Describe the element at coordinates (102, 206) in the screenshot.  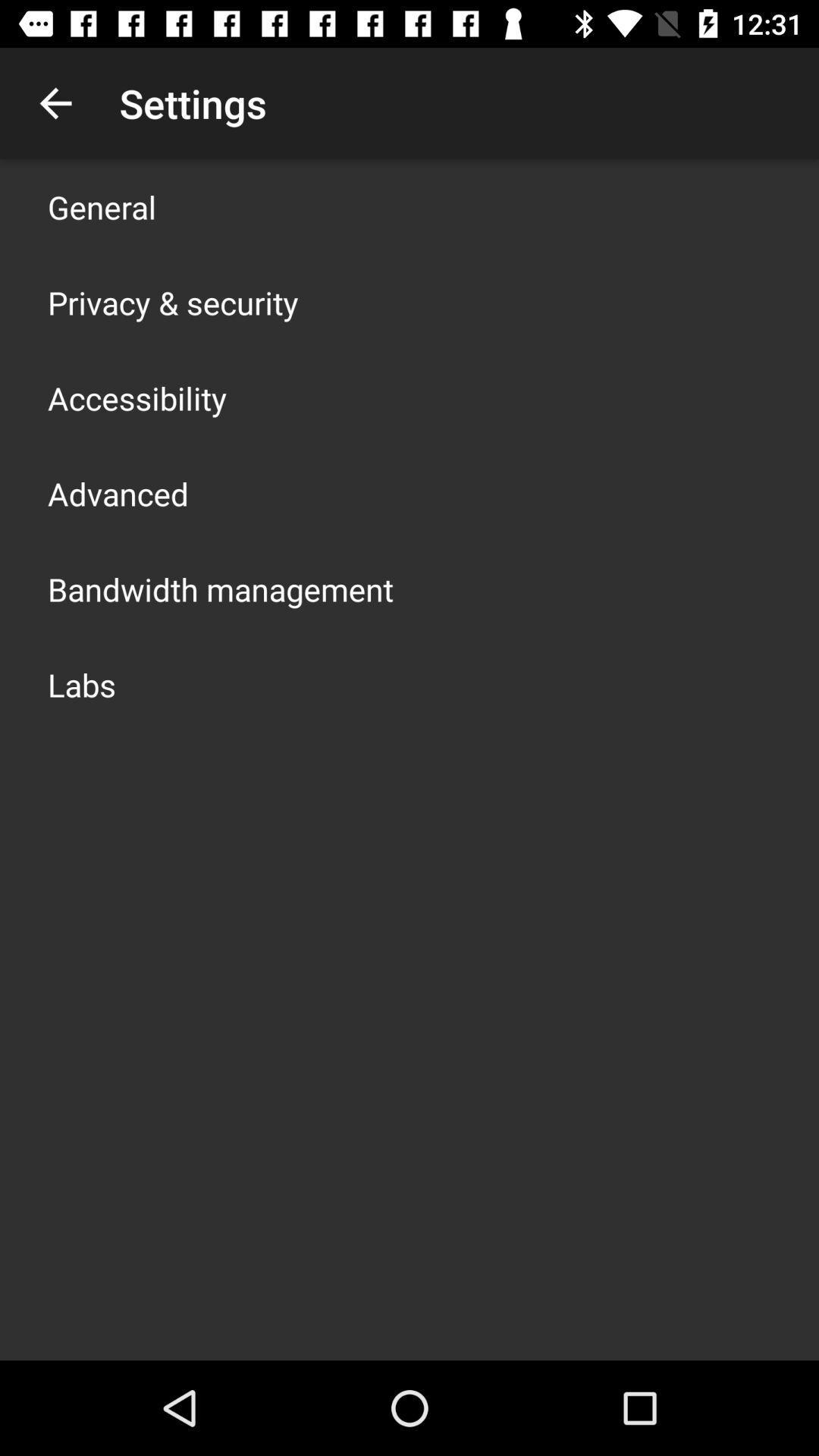
I see `the general icon` at that location.